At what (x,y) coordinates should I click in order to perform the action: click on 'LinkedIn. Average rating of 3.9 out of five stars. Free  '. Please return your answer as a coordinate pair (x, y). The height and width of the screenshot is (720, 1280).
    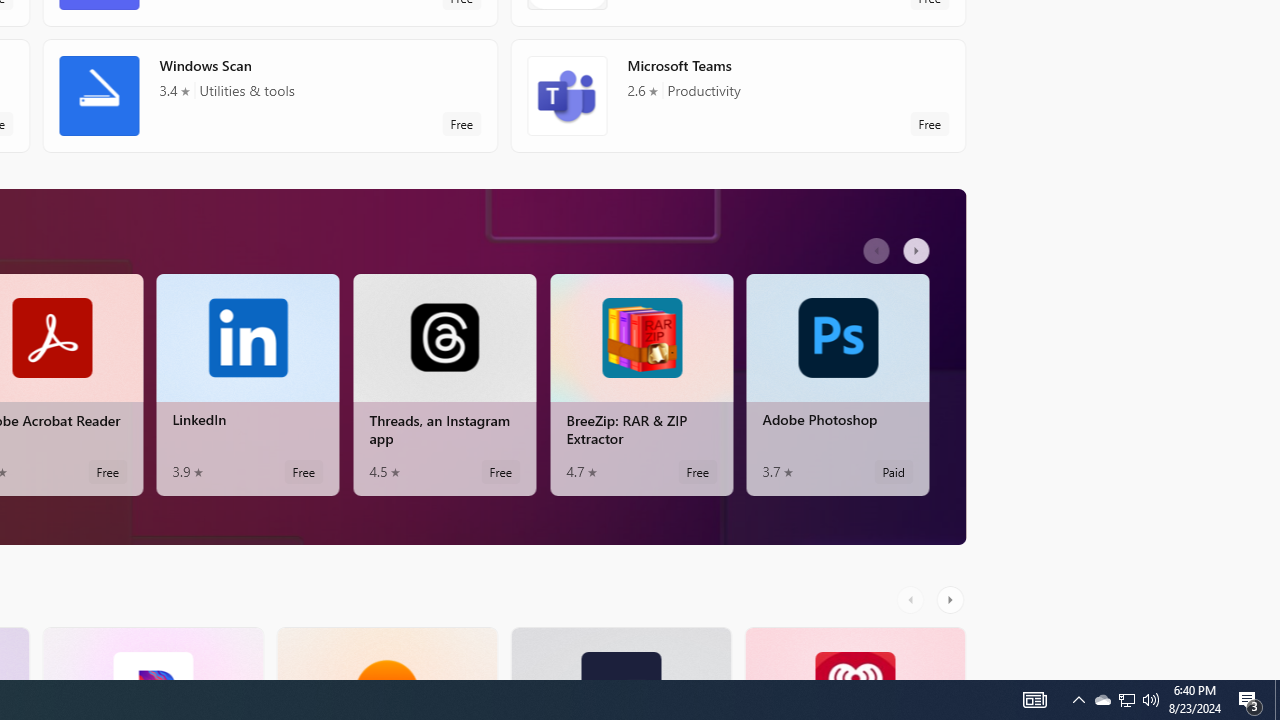
    Looking at the image, I should click on (246, 384).